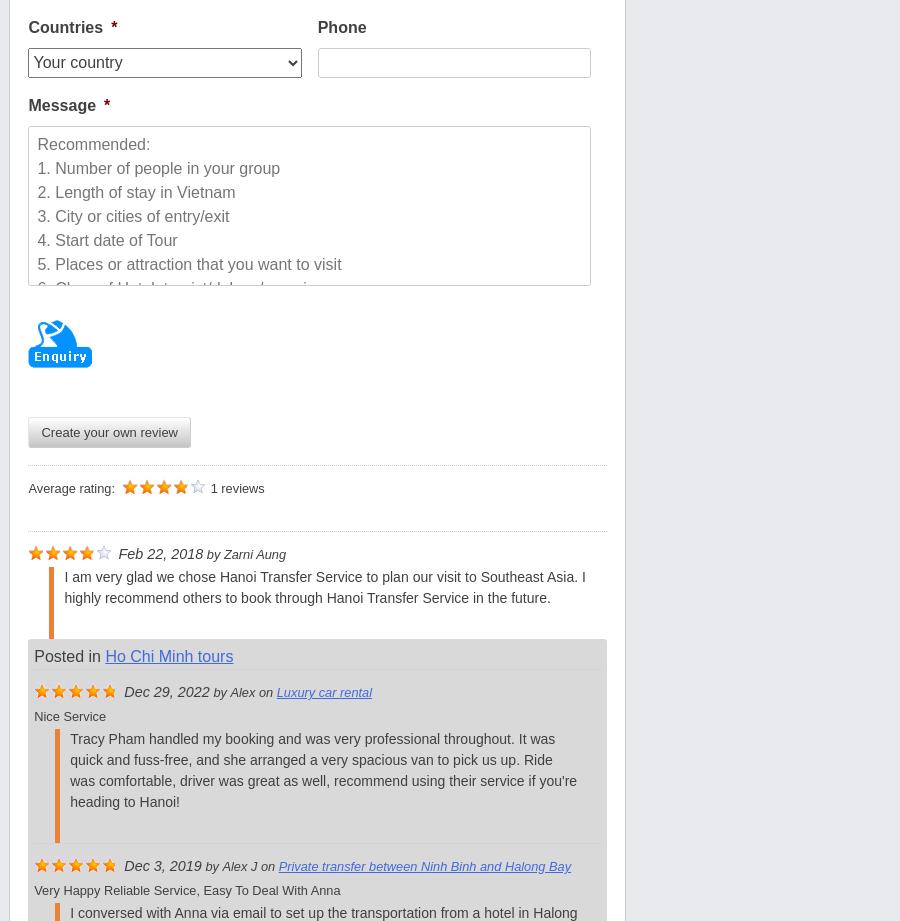 Image resolution: width=900 pixels, height=921 pixels. Describe the element at coordinates (108, 431) in the screenshot. I see `'Create your own review'` at that location.